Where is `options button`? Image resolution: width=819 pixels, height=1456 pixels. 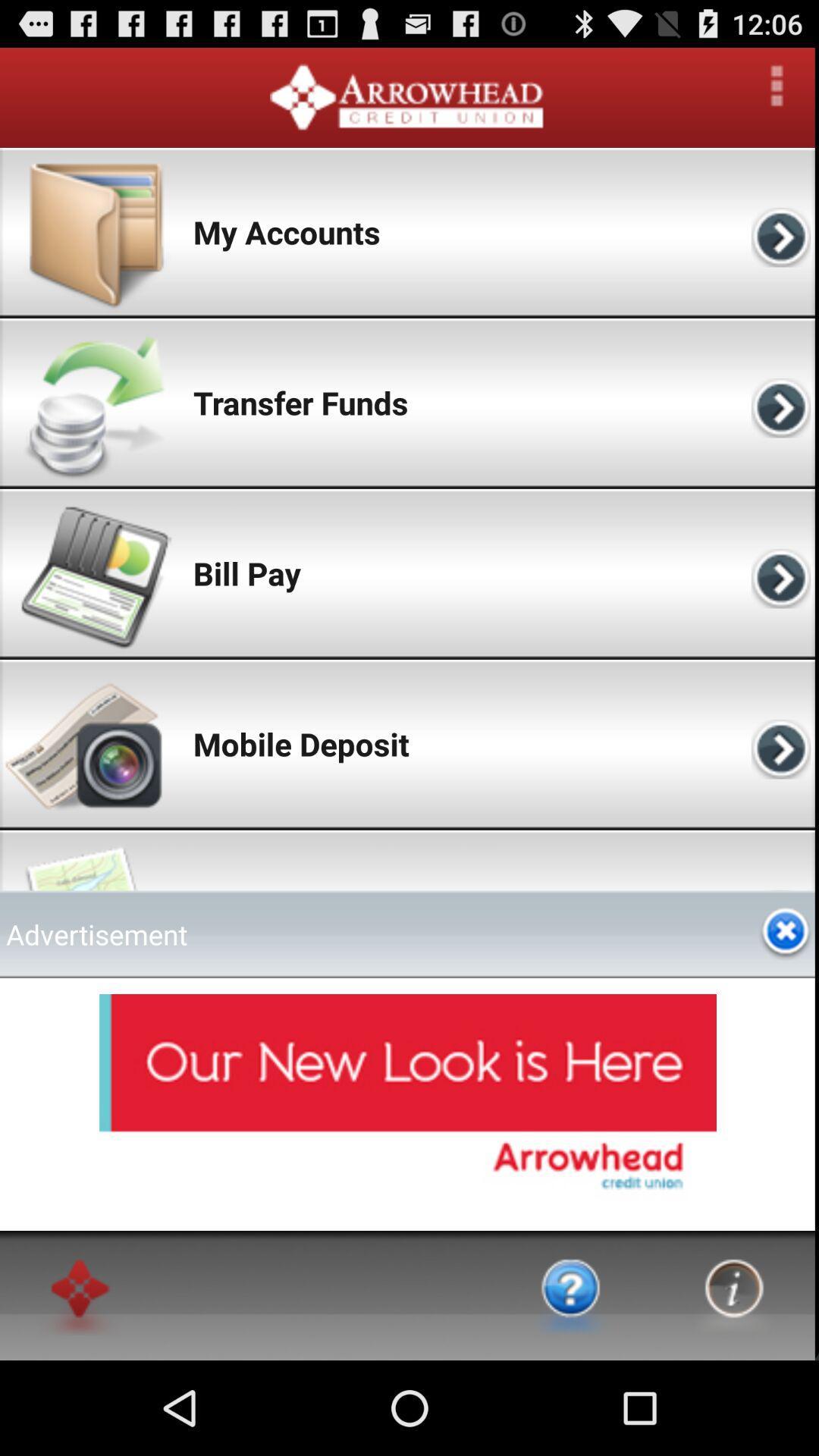
options button is located at coordinates (777, 85).